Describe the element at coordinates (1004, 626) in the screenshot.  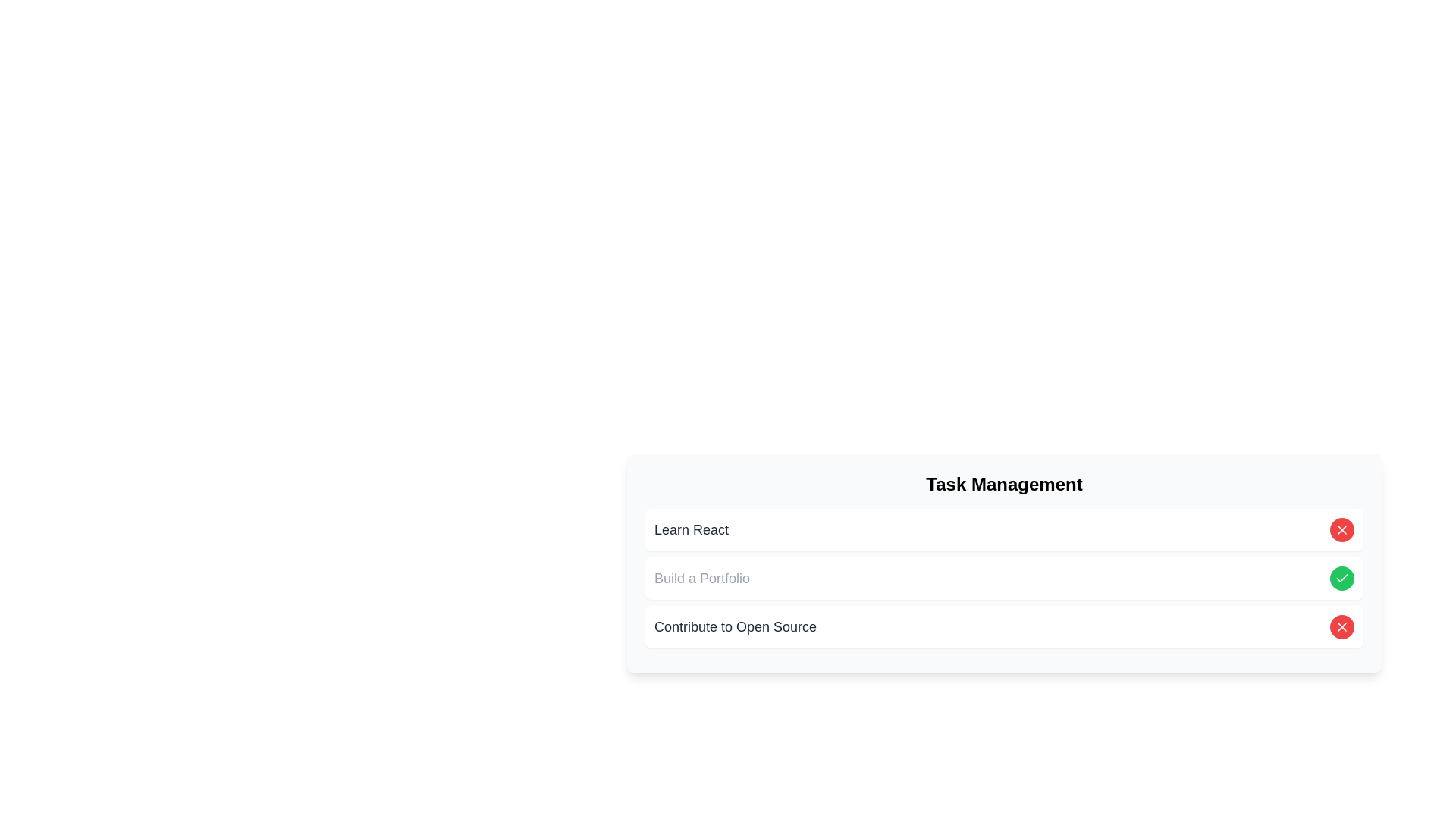
I see `the card titled 'Contribute` at that location.